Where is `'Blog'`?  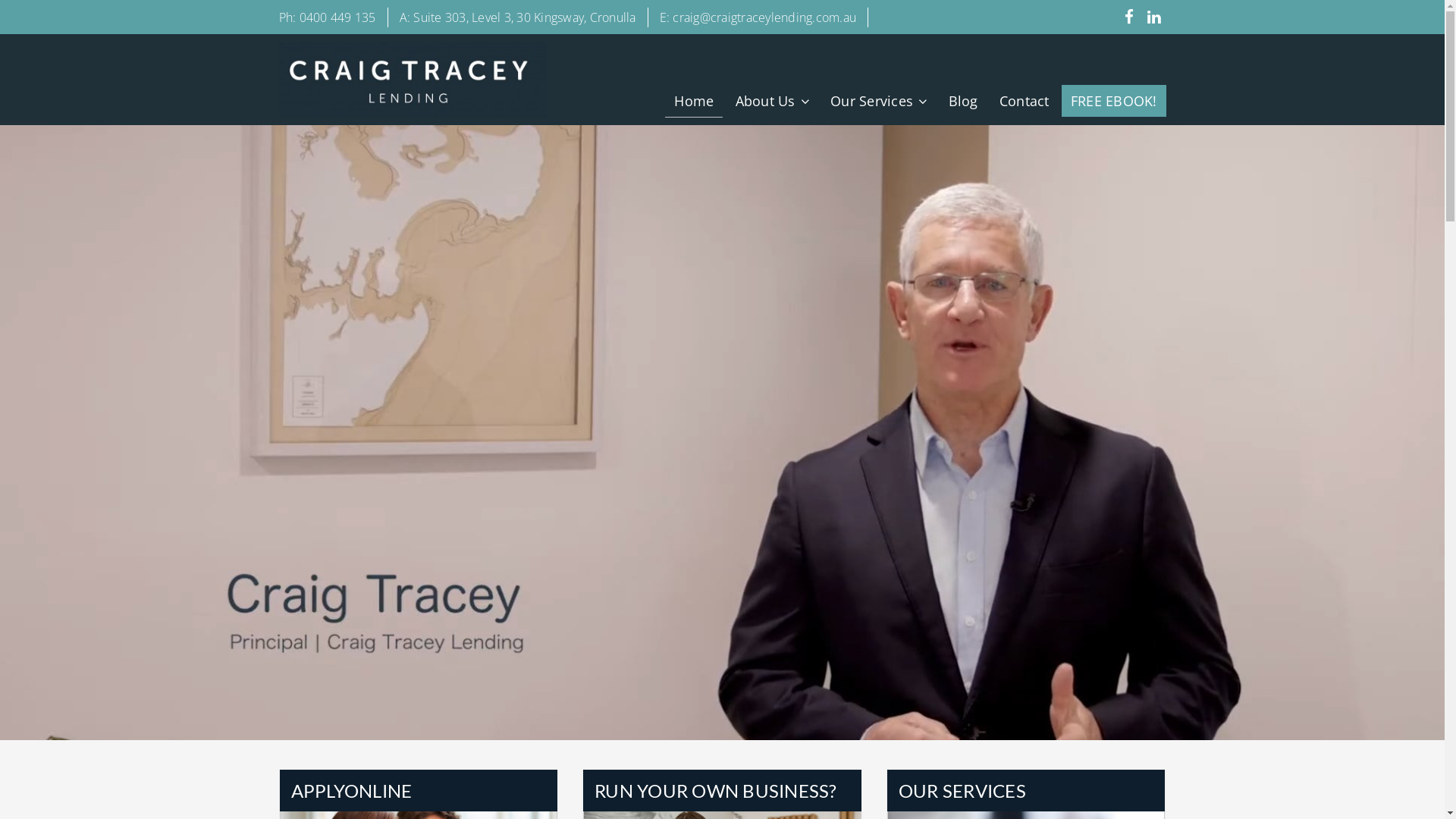 'Blog' is located at coordinates (962, 100).